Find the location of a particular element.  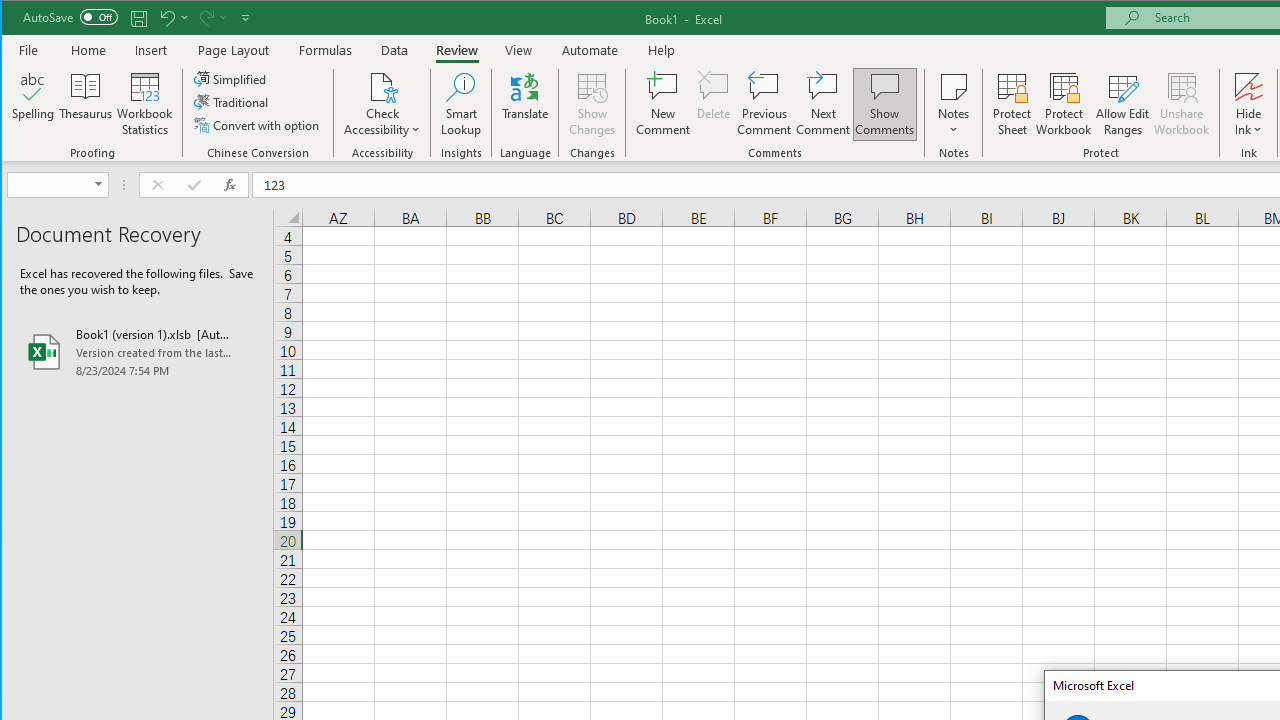

'Next Comment' is located at coordinates (823, 104).